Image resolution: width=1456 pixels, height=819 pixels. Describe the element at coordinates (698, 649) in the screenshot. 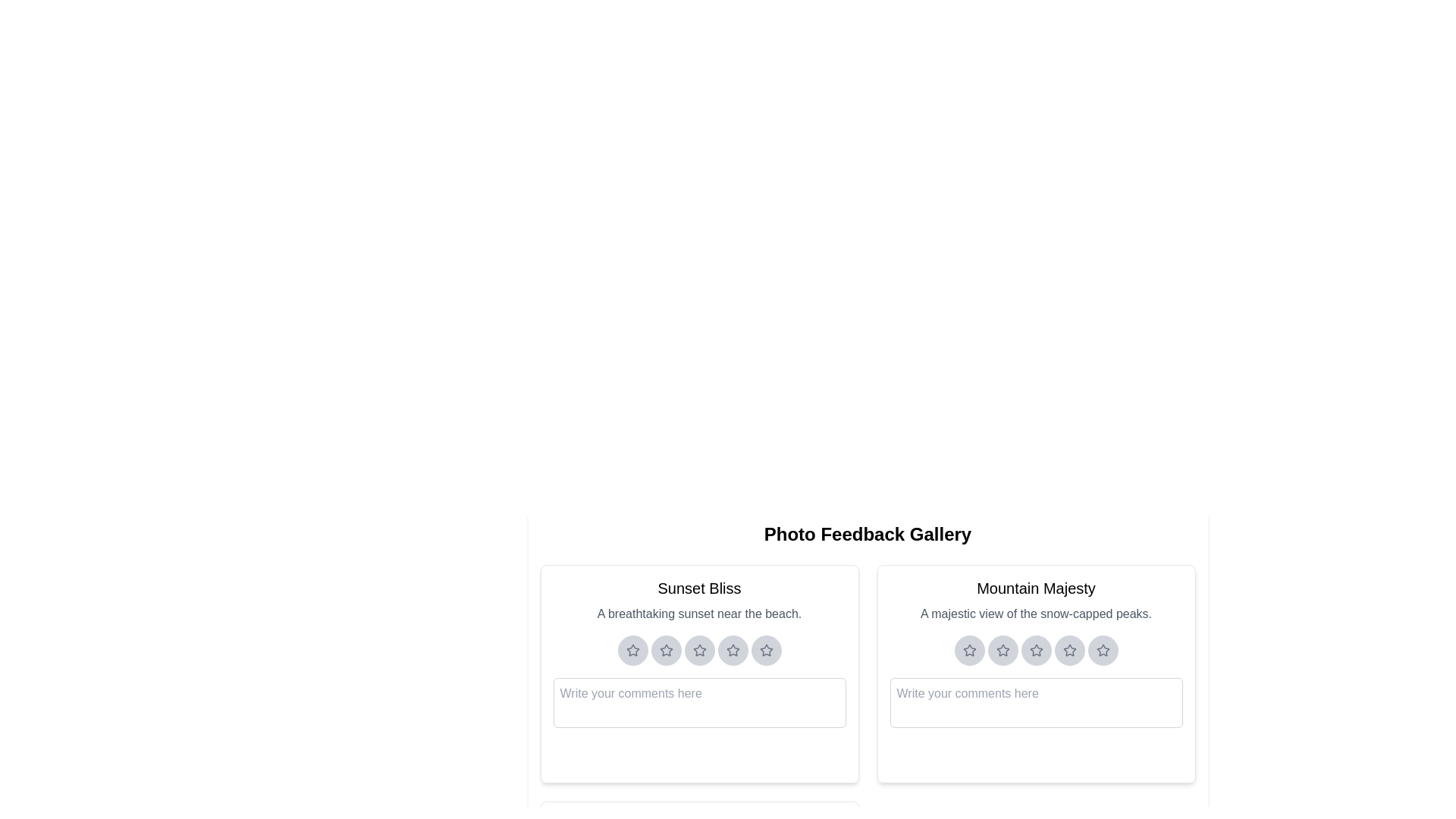

I see `the third rating star button in the 'Photo Feedback Gallery' below the 'Sunset Bliss' card to observe hover effects` at that location.